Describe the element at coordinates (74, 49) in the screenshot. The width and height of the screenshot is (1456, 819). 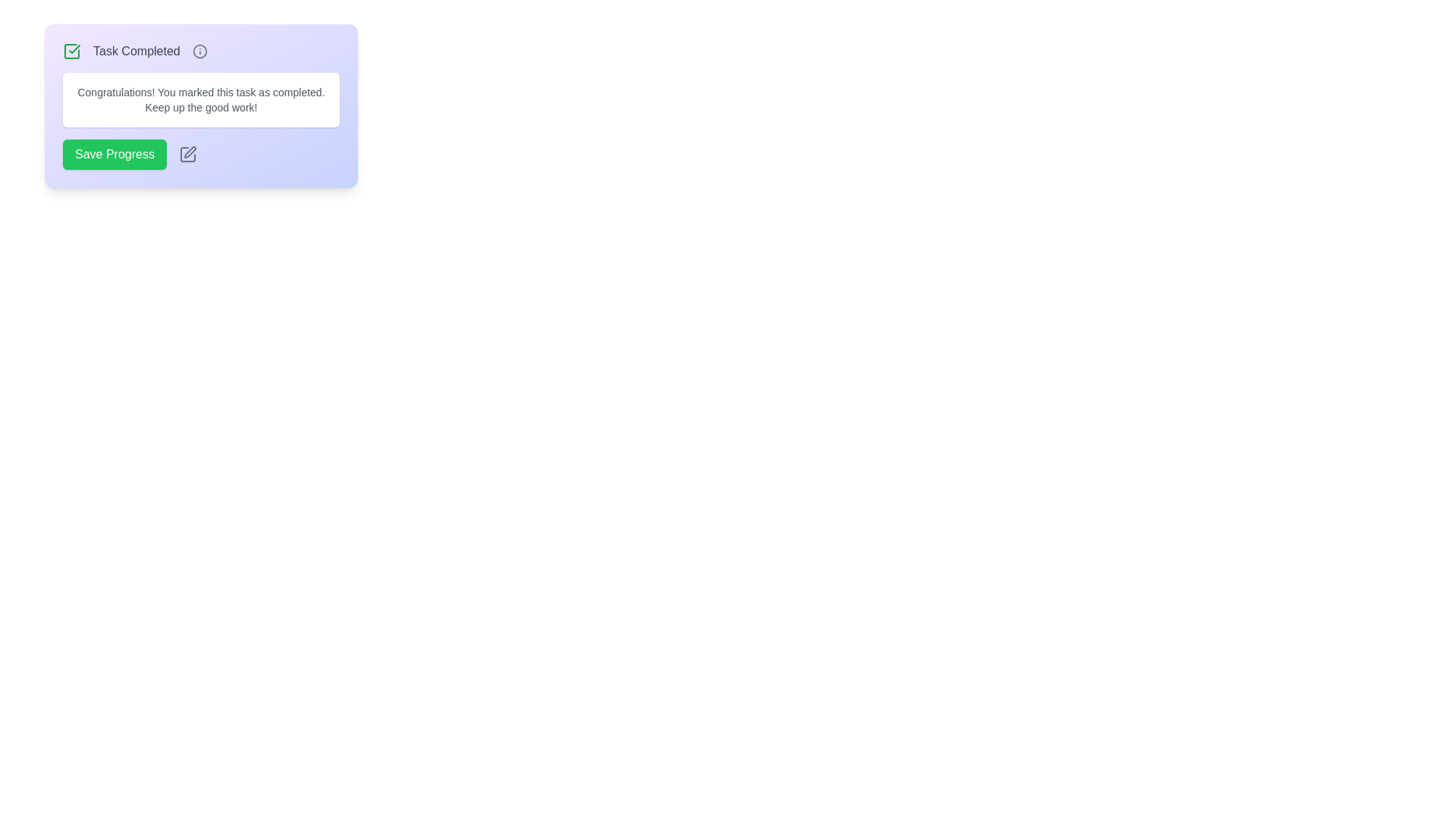
I see `the green checkmark icon segment in the top-left section of the notification-style UI component` at that location.